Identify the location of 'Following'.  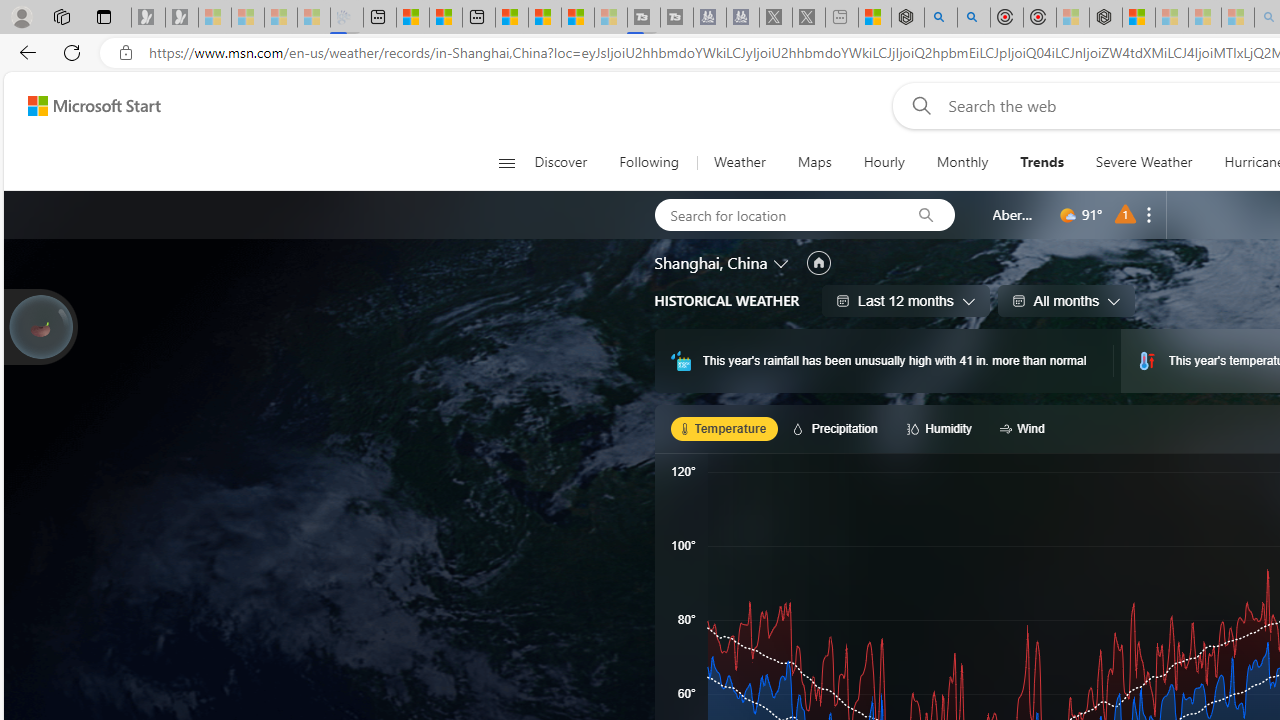
(648, 162).